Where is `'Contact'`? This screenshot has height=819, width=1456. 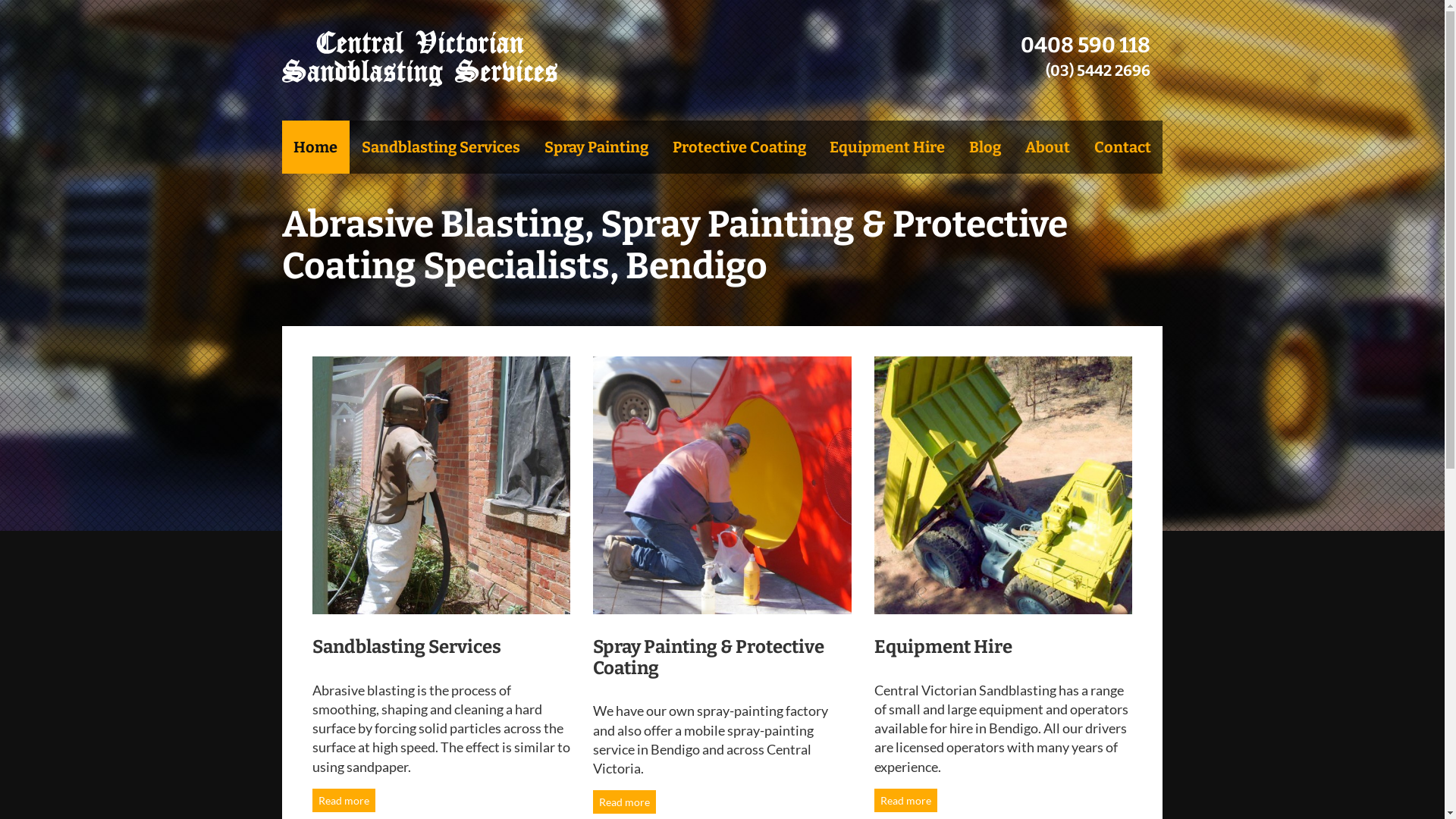 'Contact' is located at coordinates (1081, 146).